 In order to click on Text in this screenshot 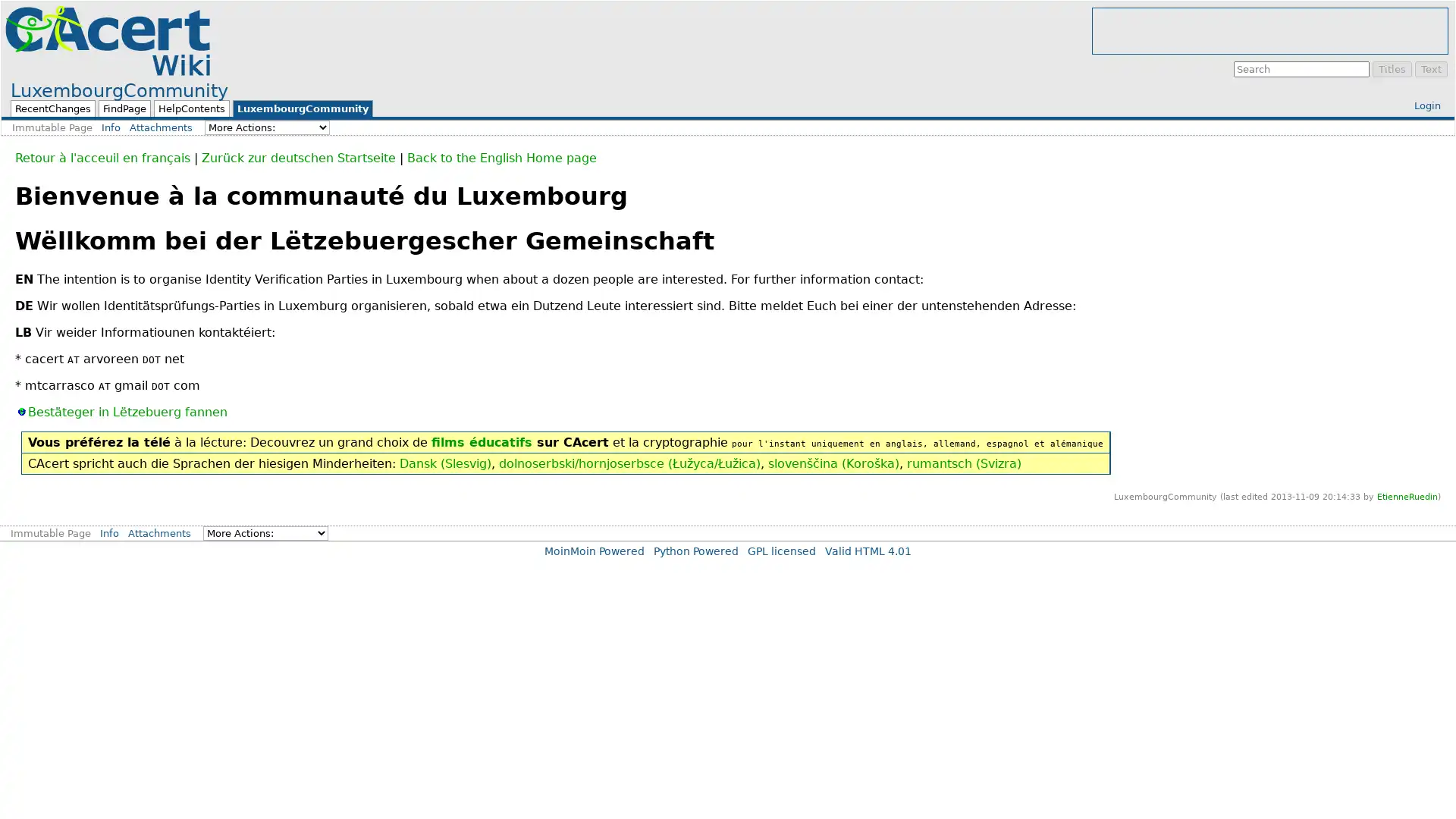, I will do `click(1430, 69)`.